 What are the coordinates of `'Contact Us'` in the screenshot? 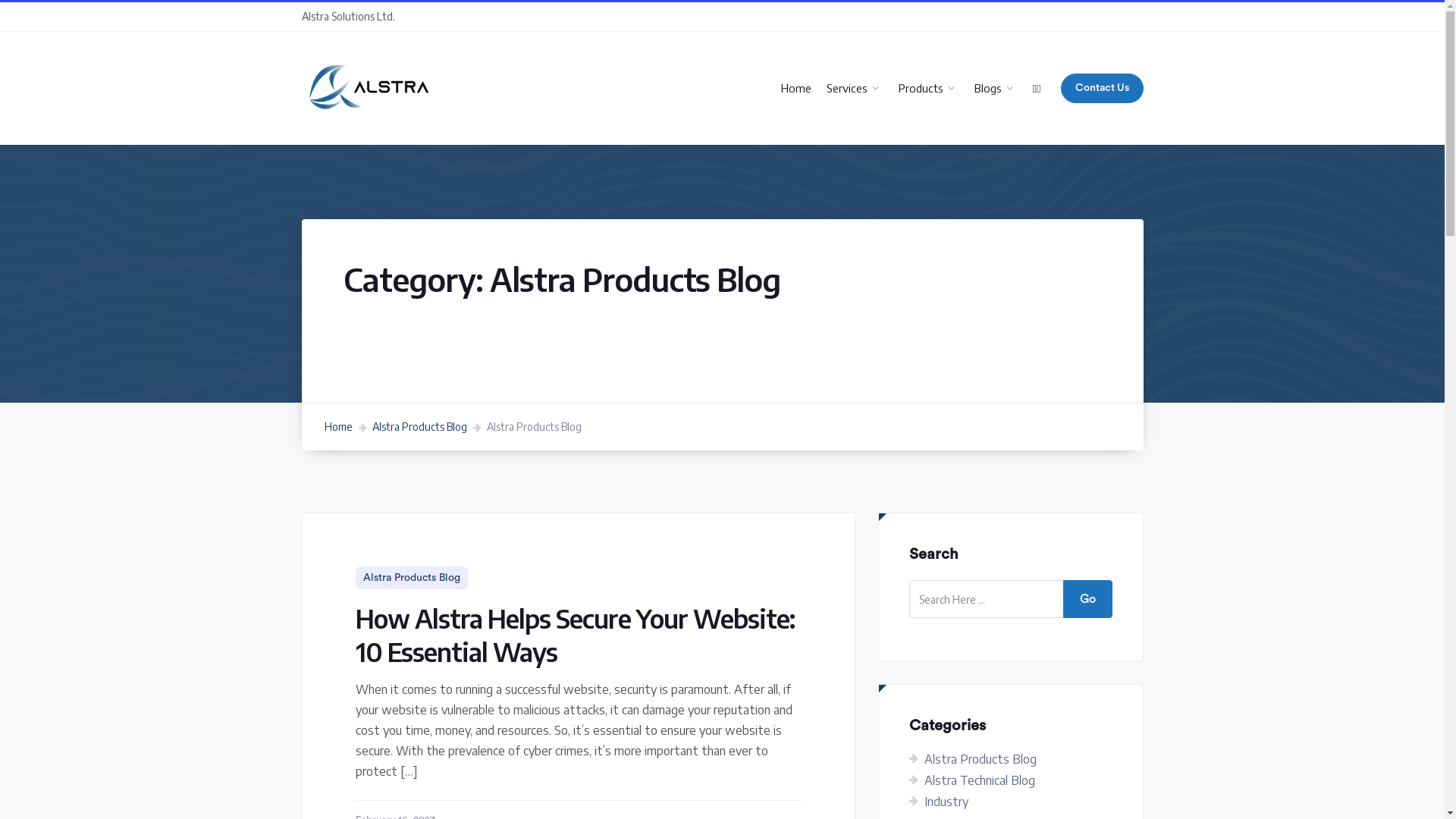 It's located at (1101, 88).